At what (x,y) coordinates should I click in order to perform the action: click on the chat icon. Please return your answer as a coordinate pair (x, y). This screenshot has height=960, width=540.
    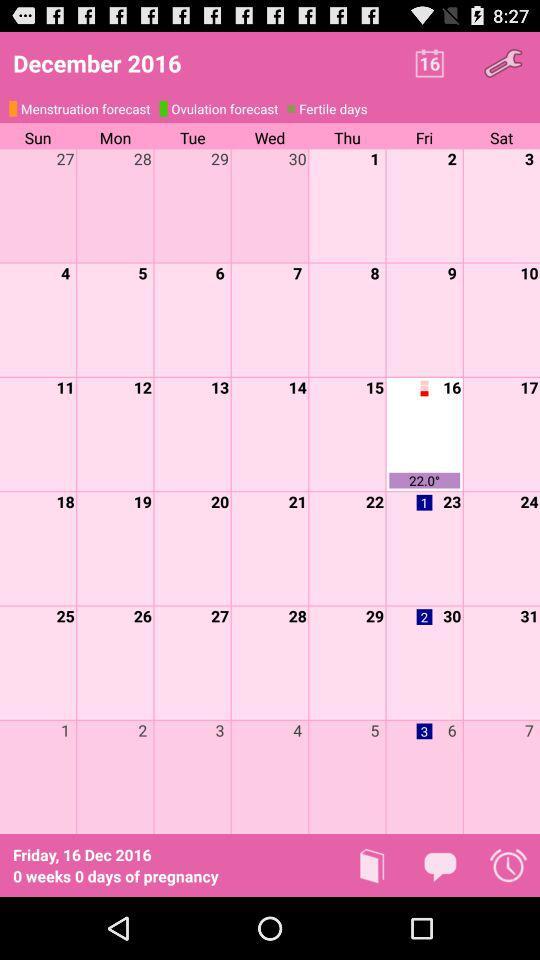
    Looking at the image, I should click on (440, 926).